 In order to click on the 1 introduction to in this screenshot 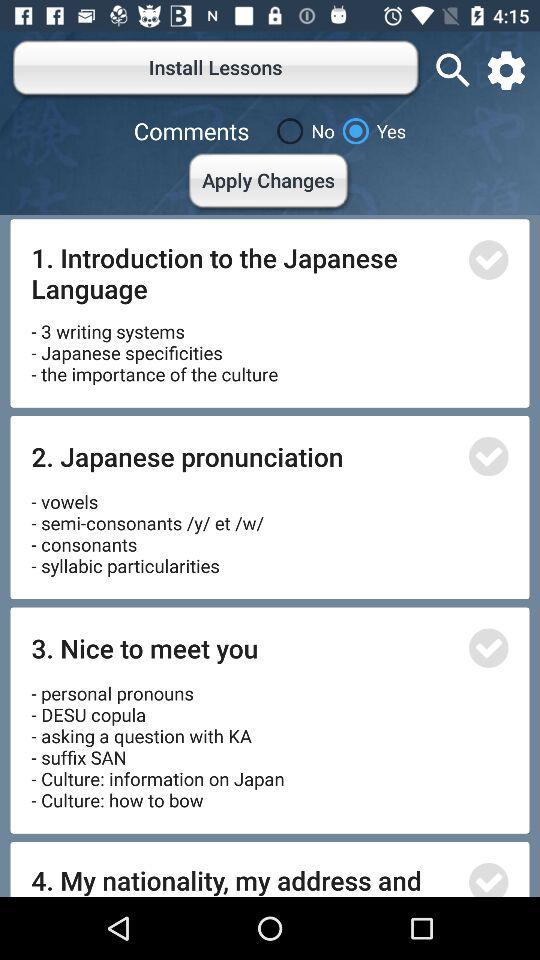, I will do `click(243, 272)`.